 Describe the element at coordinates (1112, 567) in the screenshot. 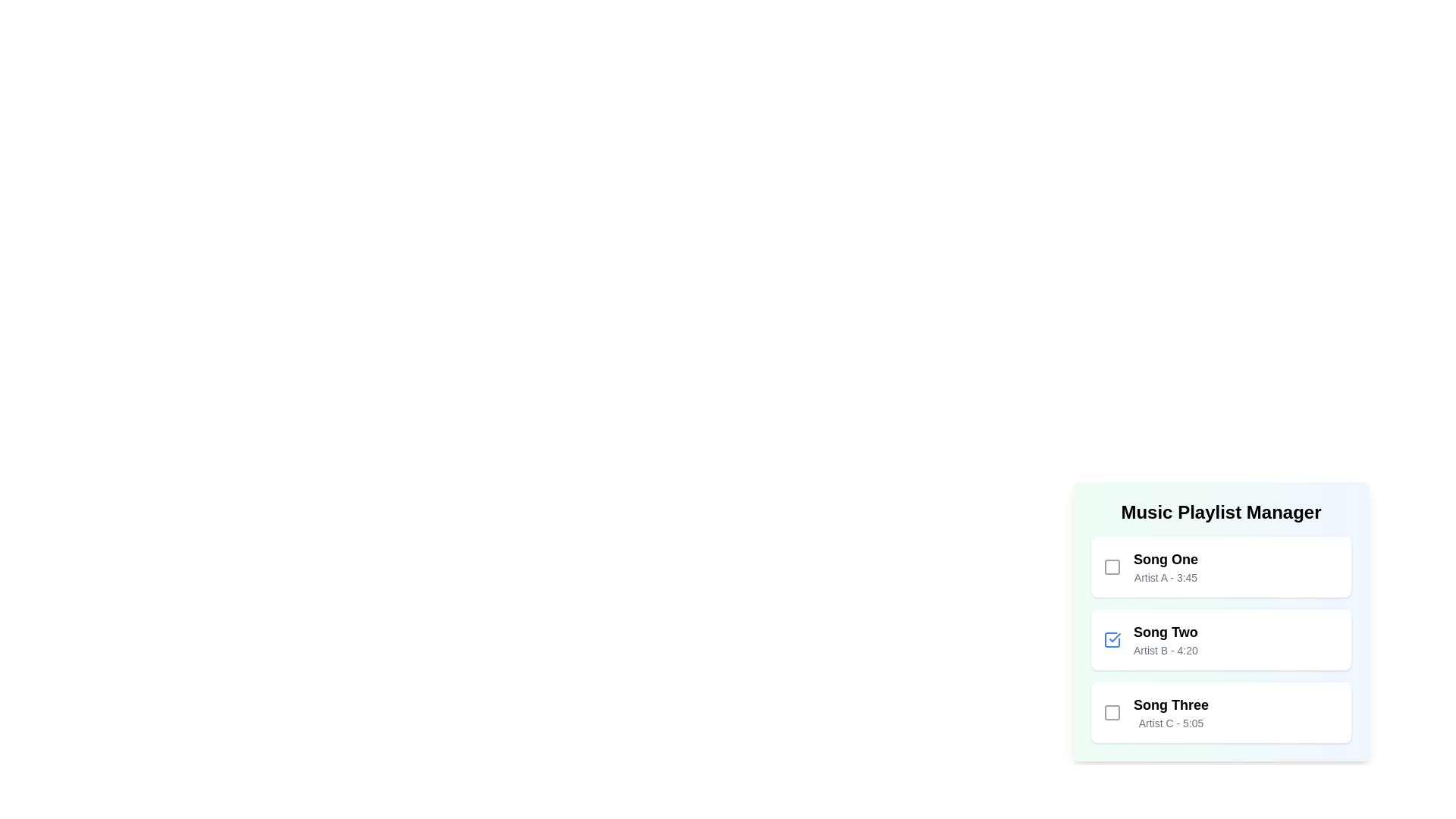

I see `the checkbox located to the far left of the 'Song One' entry` at that location.